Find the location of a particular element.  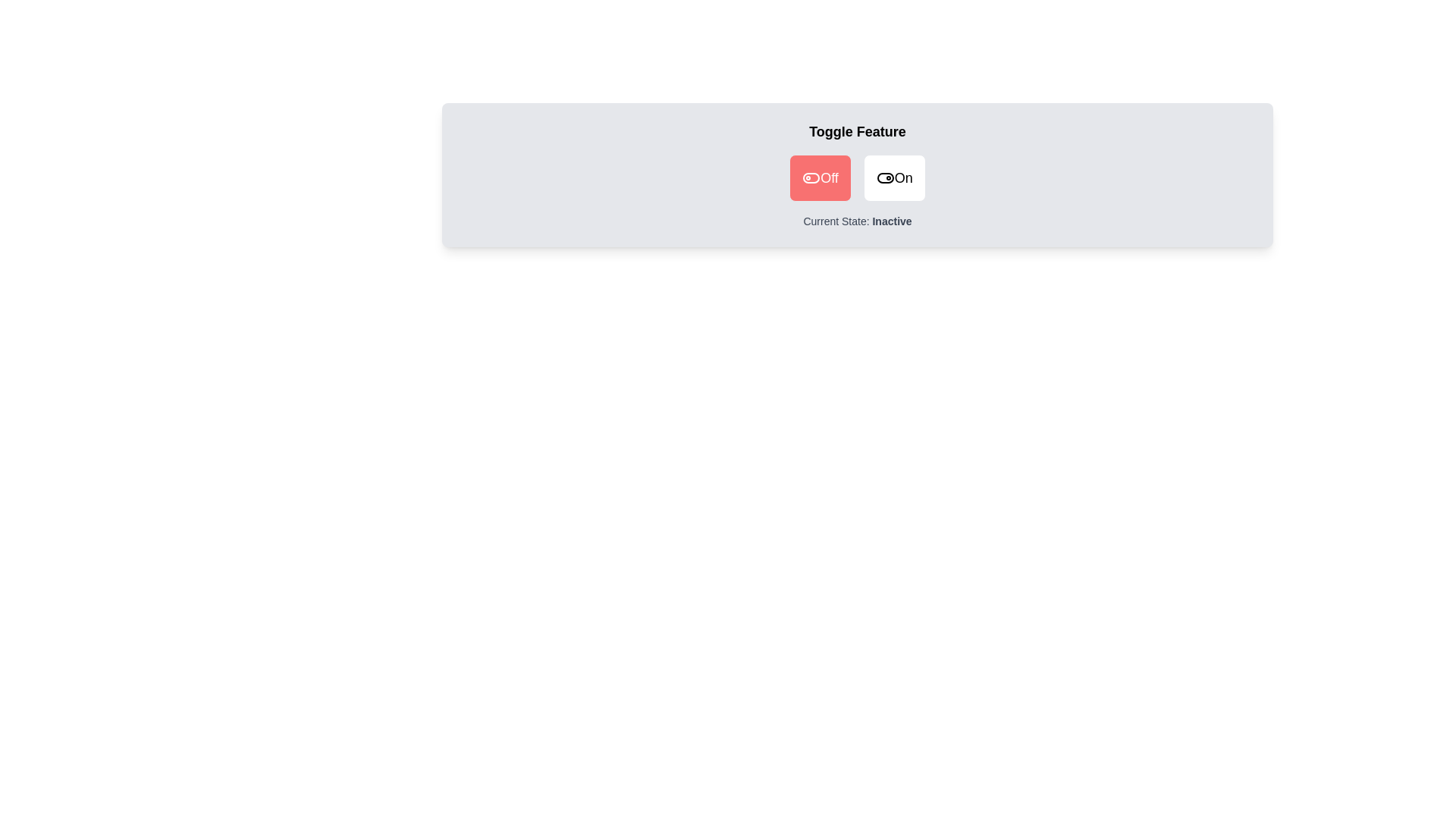

the button labeled Off is located at coordinates (819, 177).